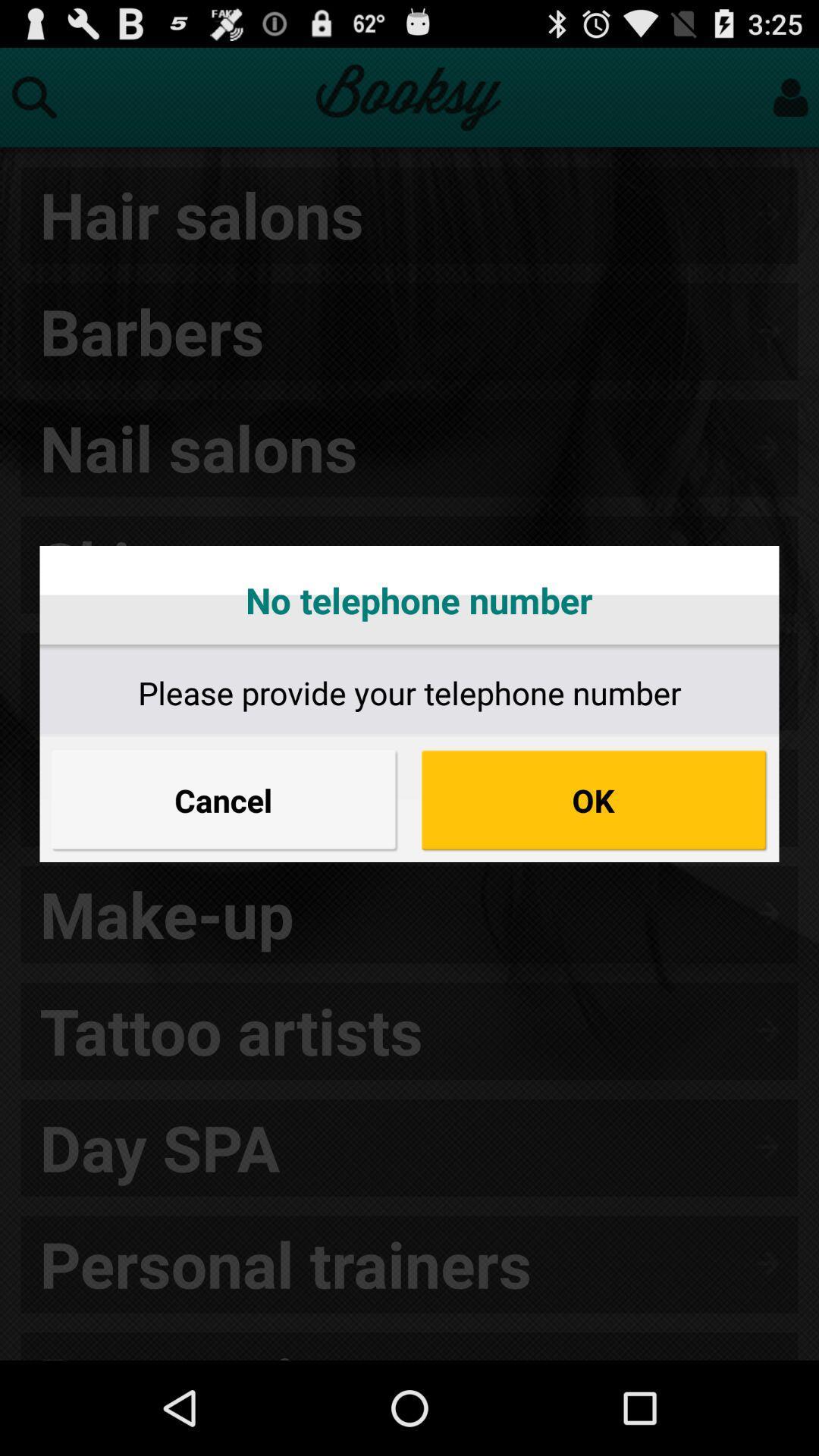 Image resolution: width=819 pixels, height=1456 pixels. I want to click on icon to the left of ok item, so click(224, 799).